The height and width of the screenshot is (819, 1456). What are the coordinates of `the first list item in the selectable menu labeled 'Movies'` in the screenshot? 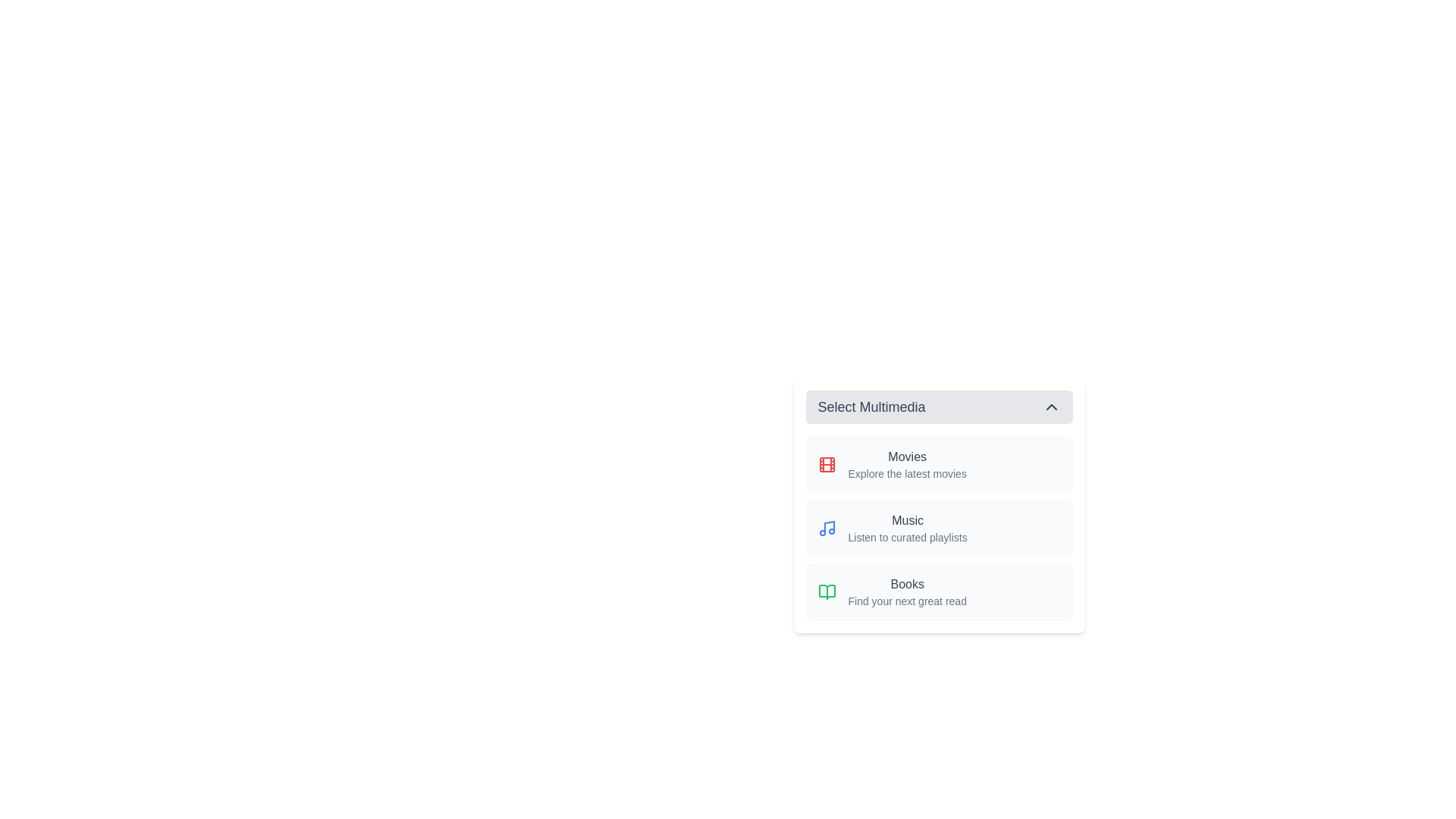 It's located at (938, 464).